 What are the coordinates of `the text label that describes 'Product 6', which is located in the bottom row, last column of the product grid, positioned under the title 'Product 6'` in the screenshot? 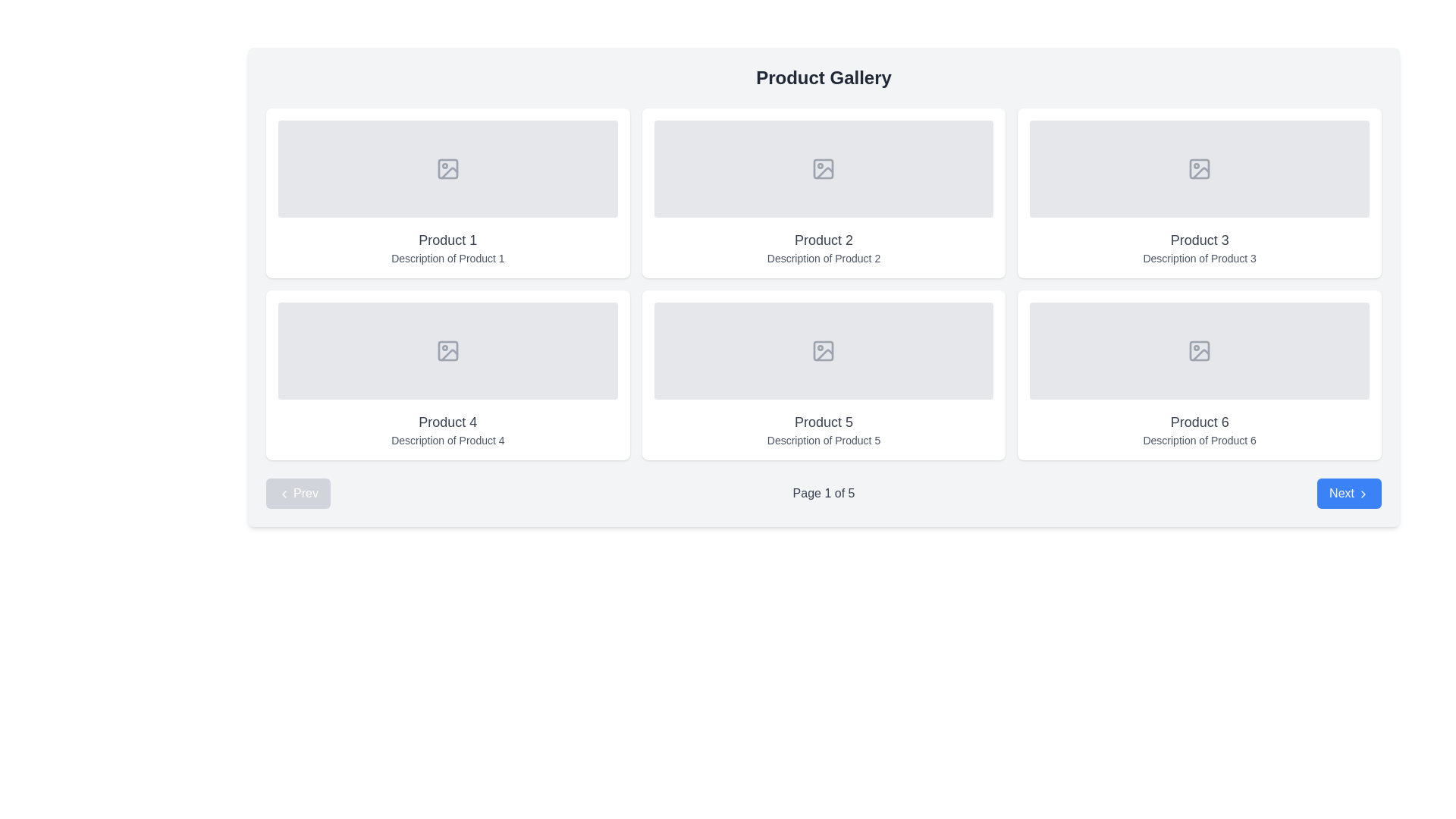 It's located at (1199, 441).